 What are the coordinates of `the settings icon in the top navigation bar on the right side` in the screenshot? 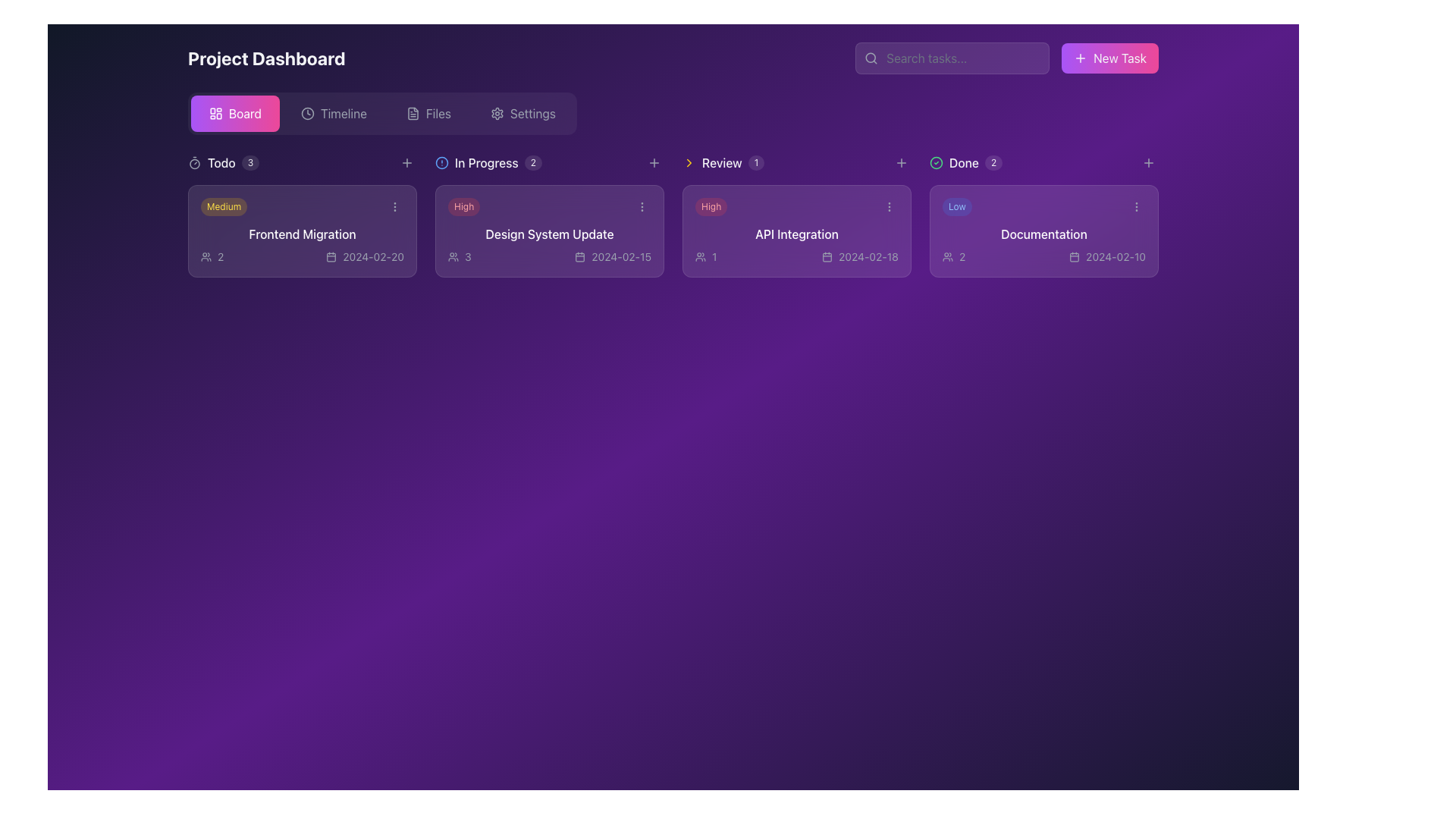 It's located at (497, 113).